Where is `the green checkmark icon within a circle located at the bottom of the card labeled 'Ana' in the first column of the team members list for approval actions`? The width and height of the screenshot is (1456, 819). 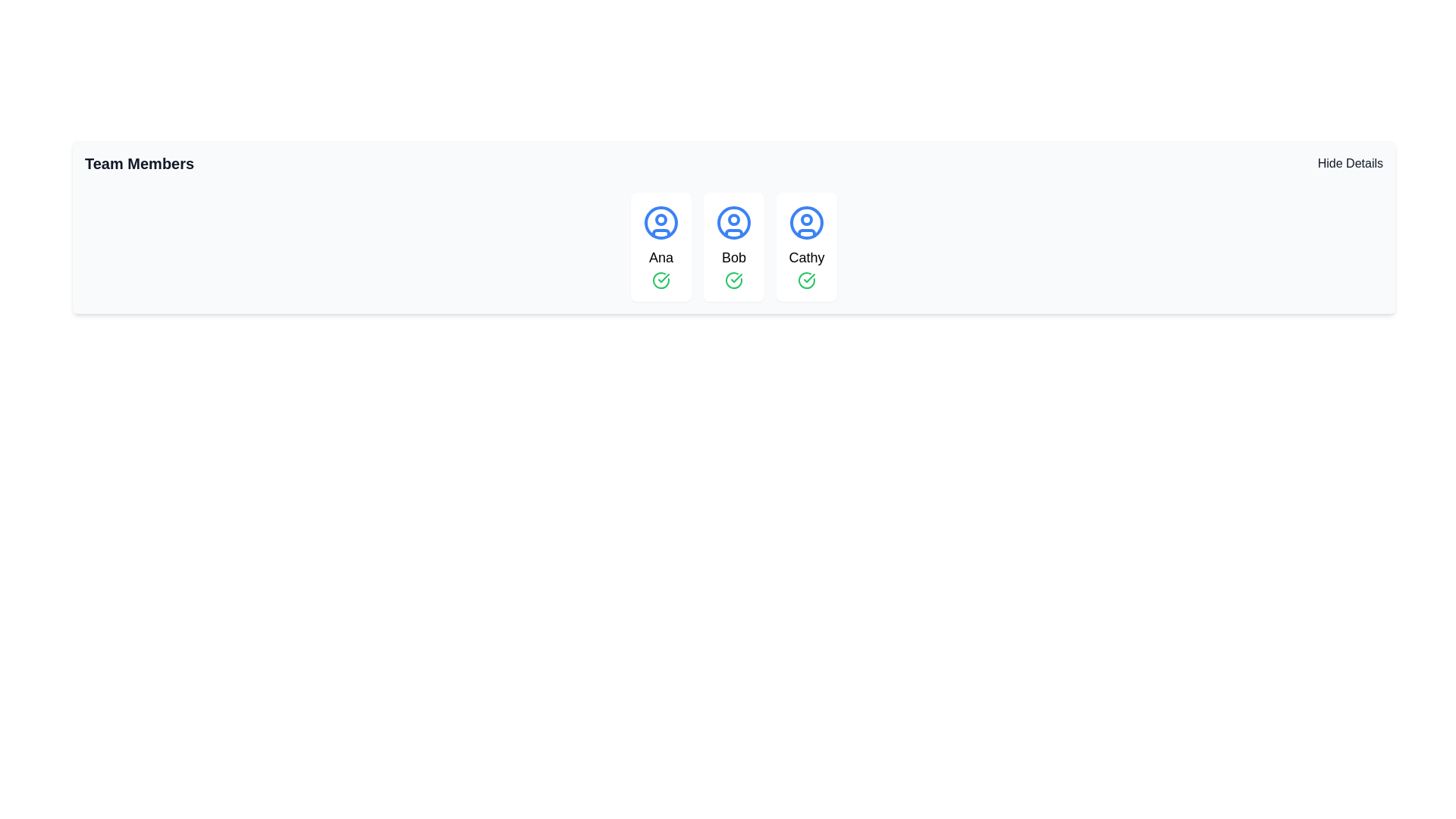 the green checkmark icon within a circle located at the bottom of the card labeled 'Ana' in the first column of the team members list for approval actions is located at coordinates (661, 281).